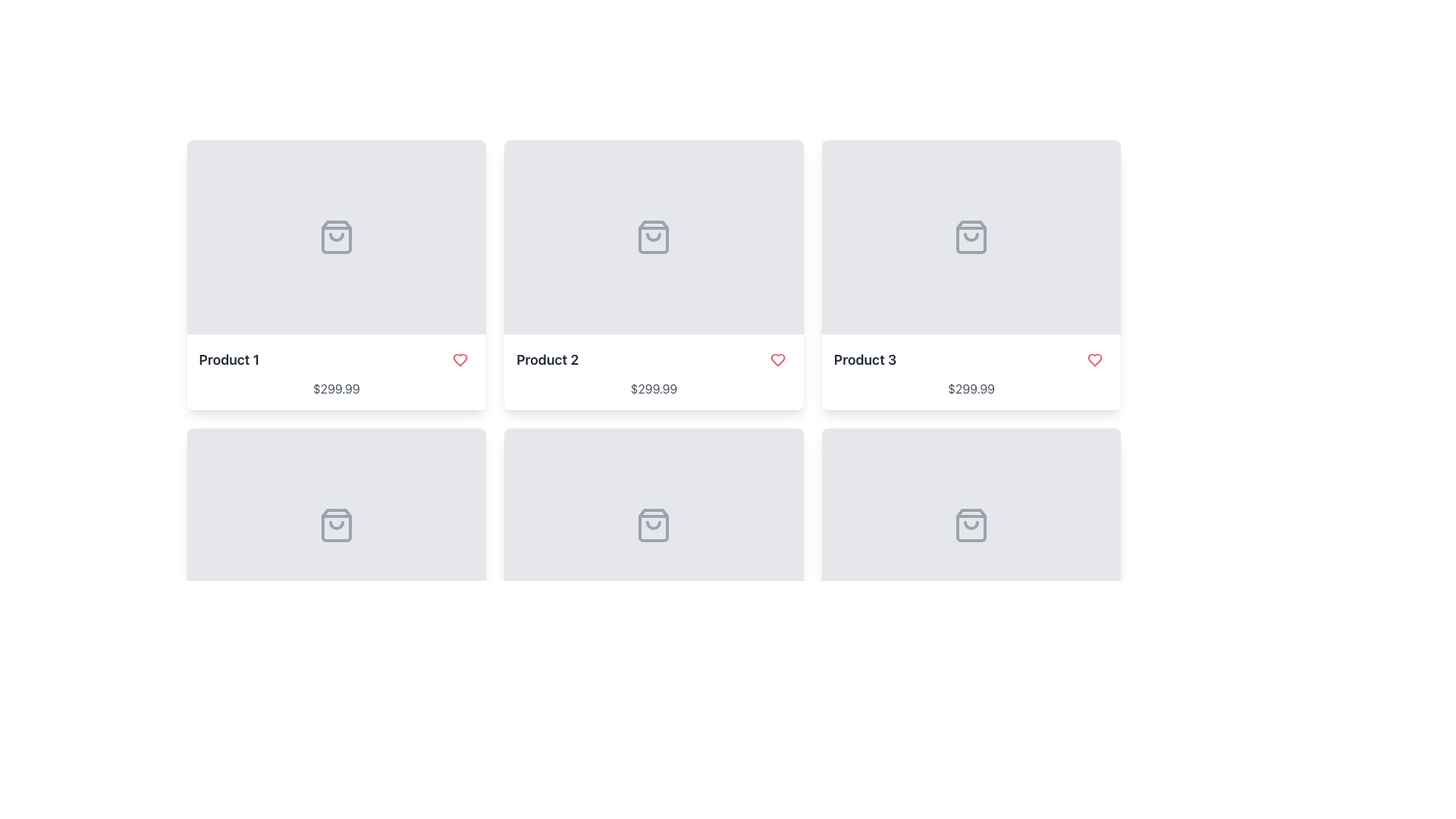 Image resolution: width=1456 pixels, height=819 pixels. I want to click on the shopping bag icon, which is styled with a minimalist design and located in the second row and third column of the product card grid, so click(971, 525).